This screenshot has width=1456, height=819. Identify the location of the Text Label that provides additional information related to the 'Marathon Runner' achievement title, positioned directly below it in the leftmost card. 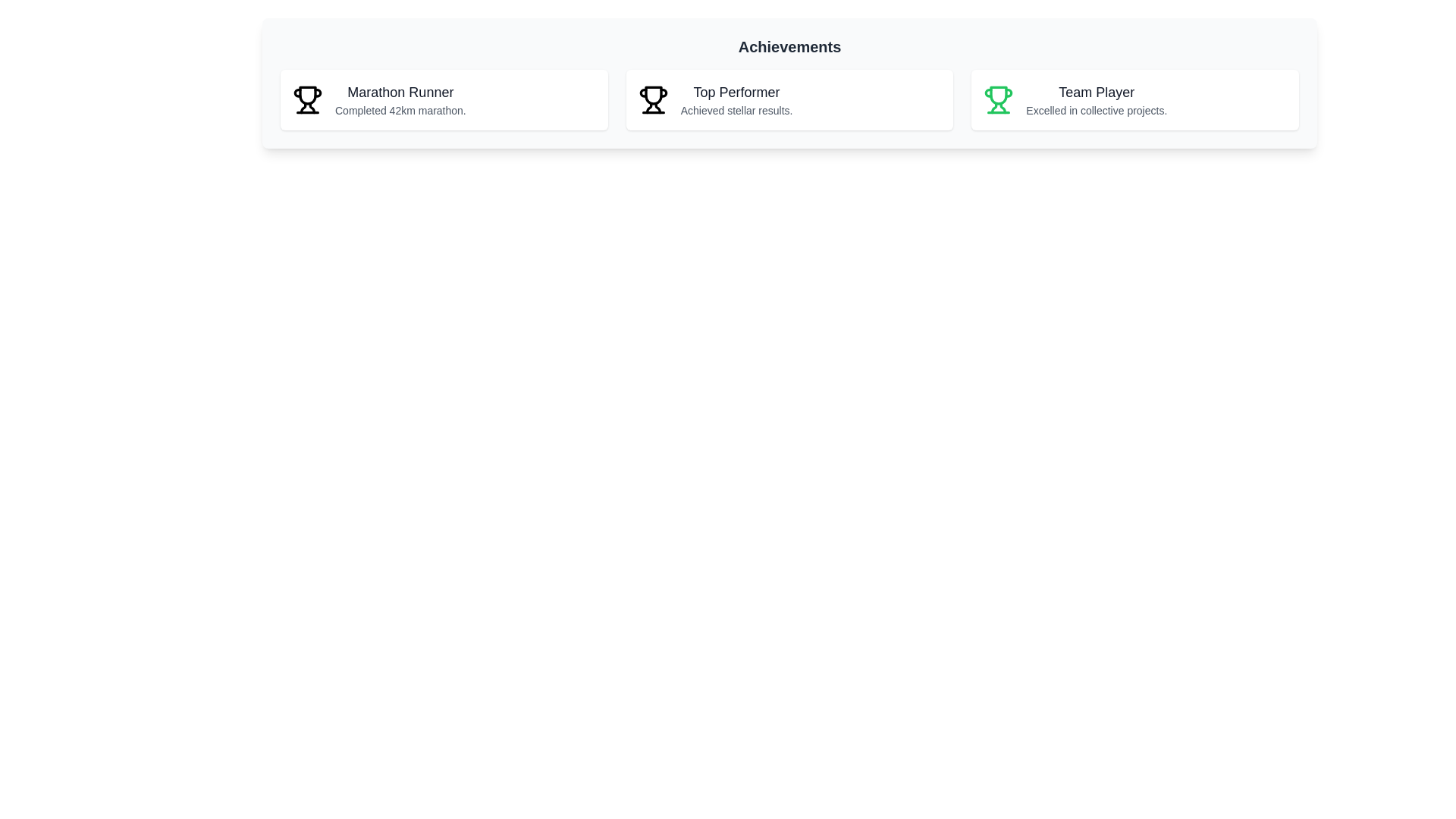
(400, 110).